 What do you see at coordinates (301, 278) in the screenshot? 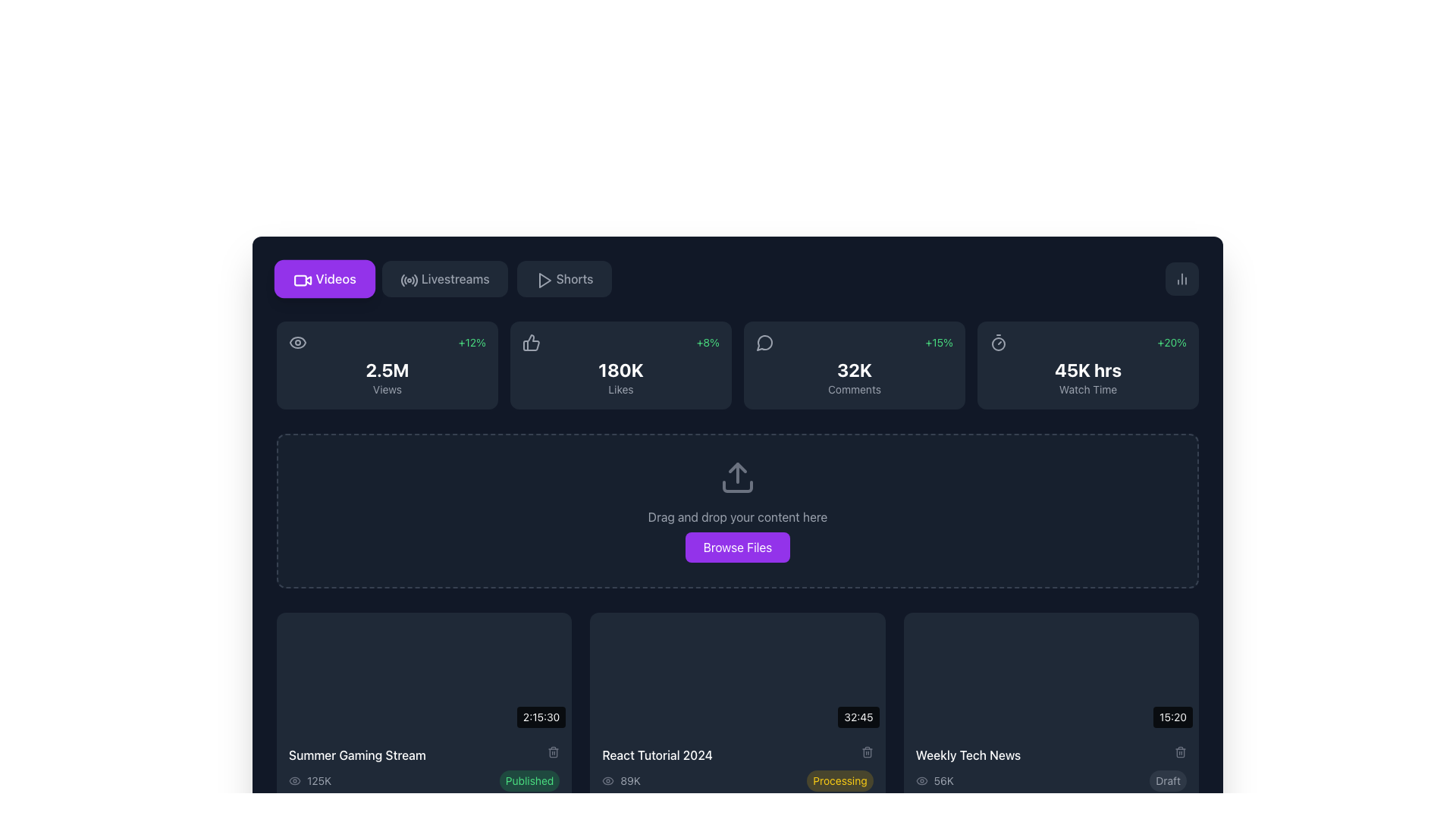
I see `the video icon` at bounding box center [301, 278].